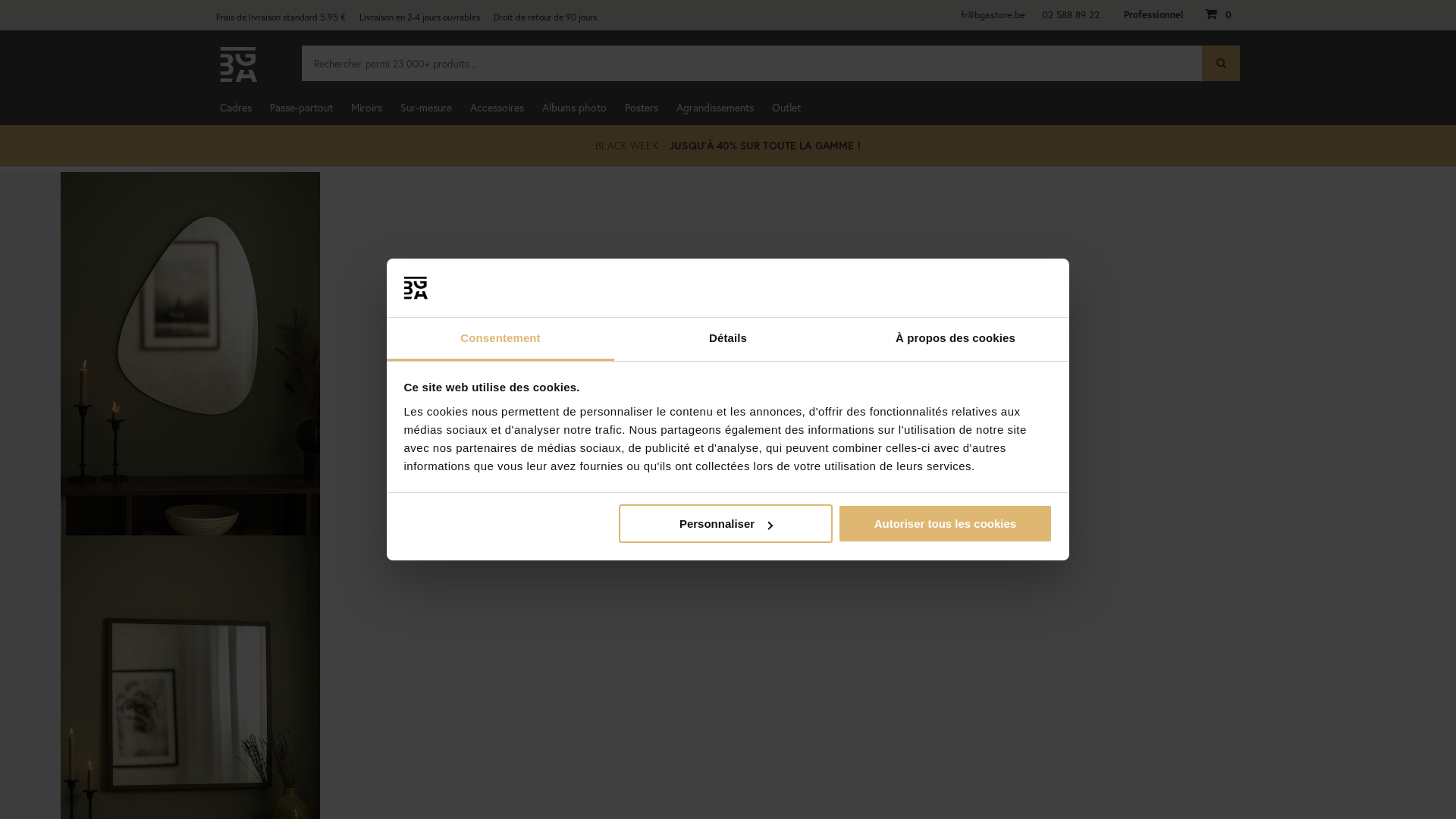 This screenshot has width=1456, height=819. I want to click on 'fr@bgastore.be', so click(993, 14).